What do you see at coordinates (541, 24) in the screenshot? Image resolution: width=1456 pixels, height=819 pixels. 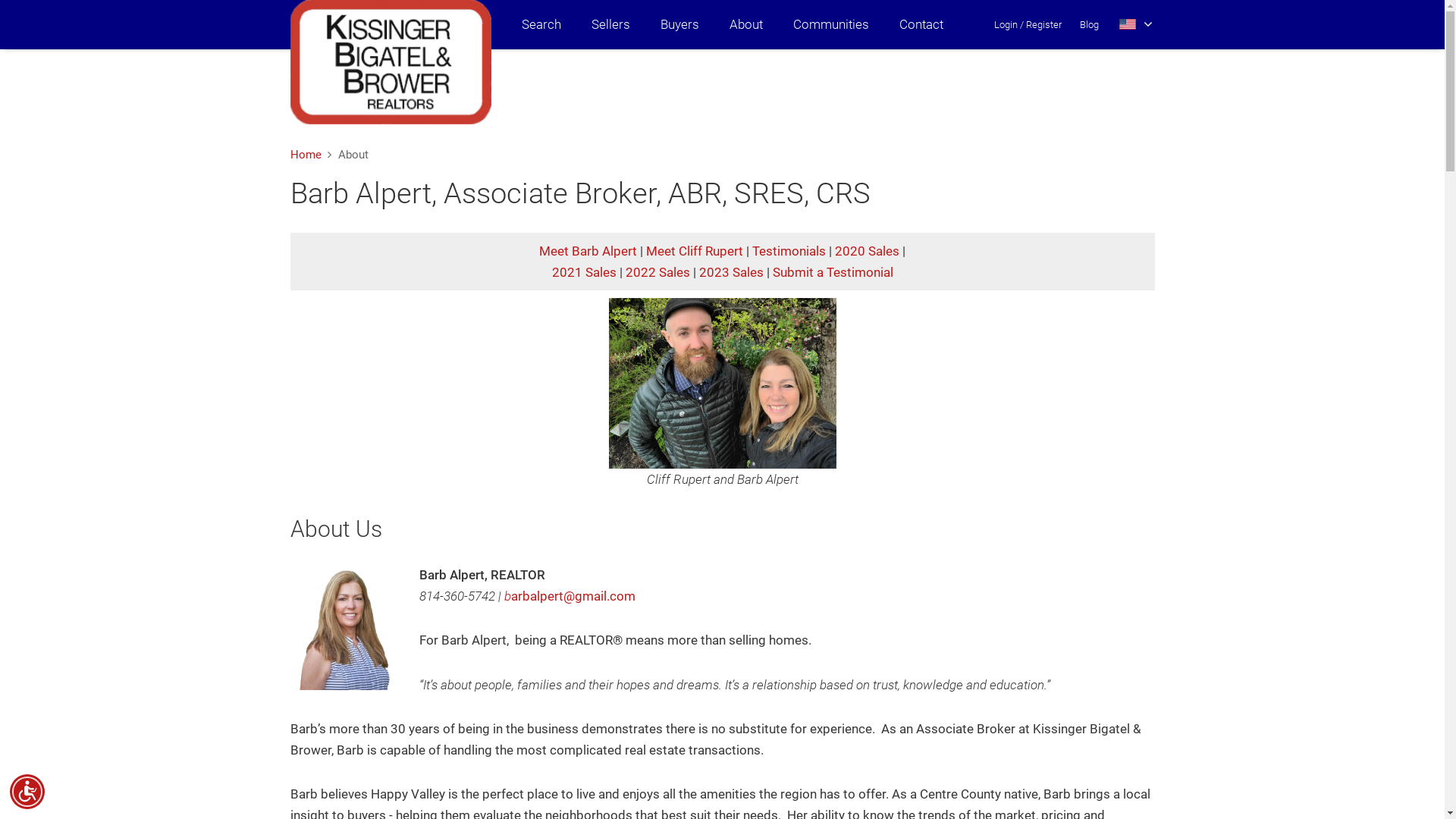 I see `'Search'` at bounding box center [541, 24].